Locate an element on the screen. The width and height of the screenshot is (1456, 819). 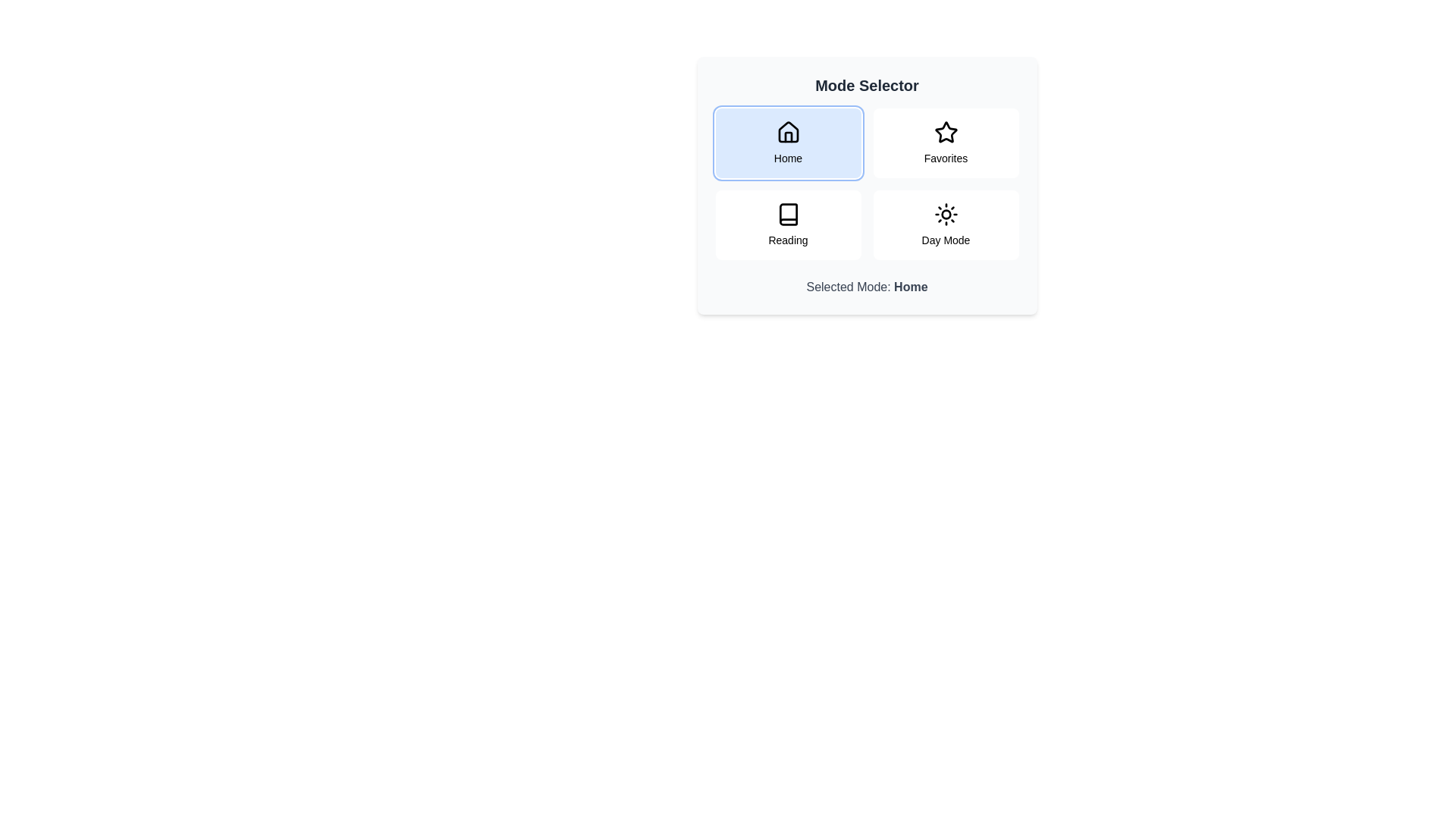
the button corresponding to the mode Home is located at coordinates (788, 143).